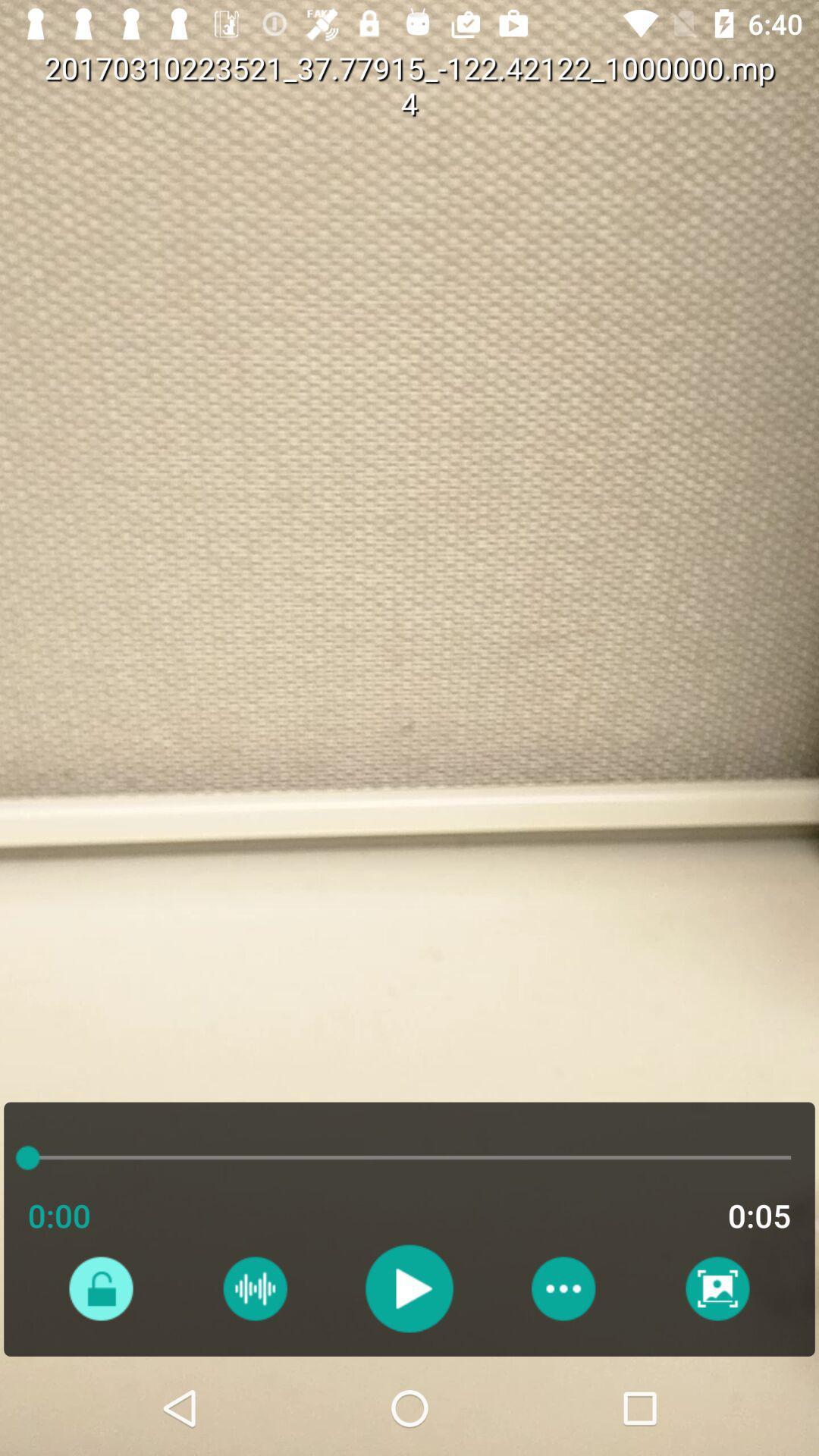  What do you see at coordinates (408, 1288) in the screenshot?
I see `the play icon` at bounding box center [408, 1288].